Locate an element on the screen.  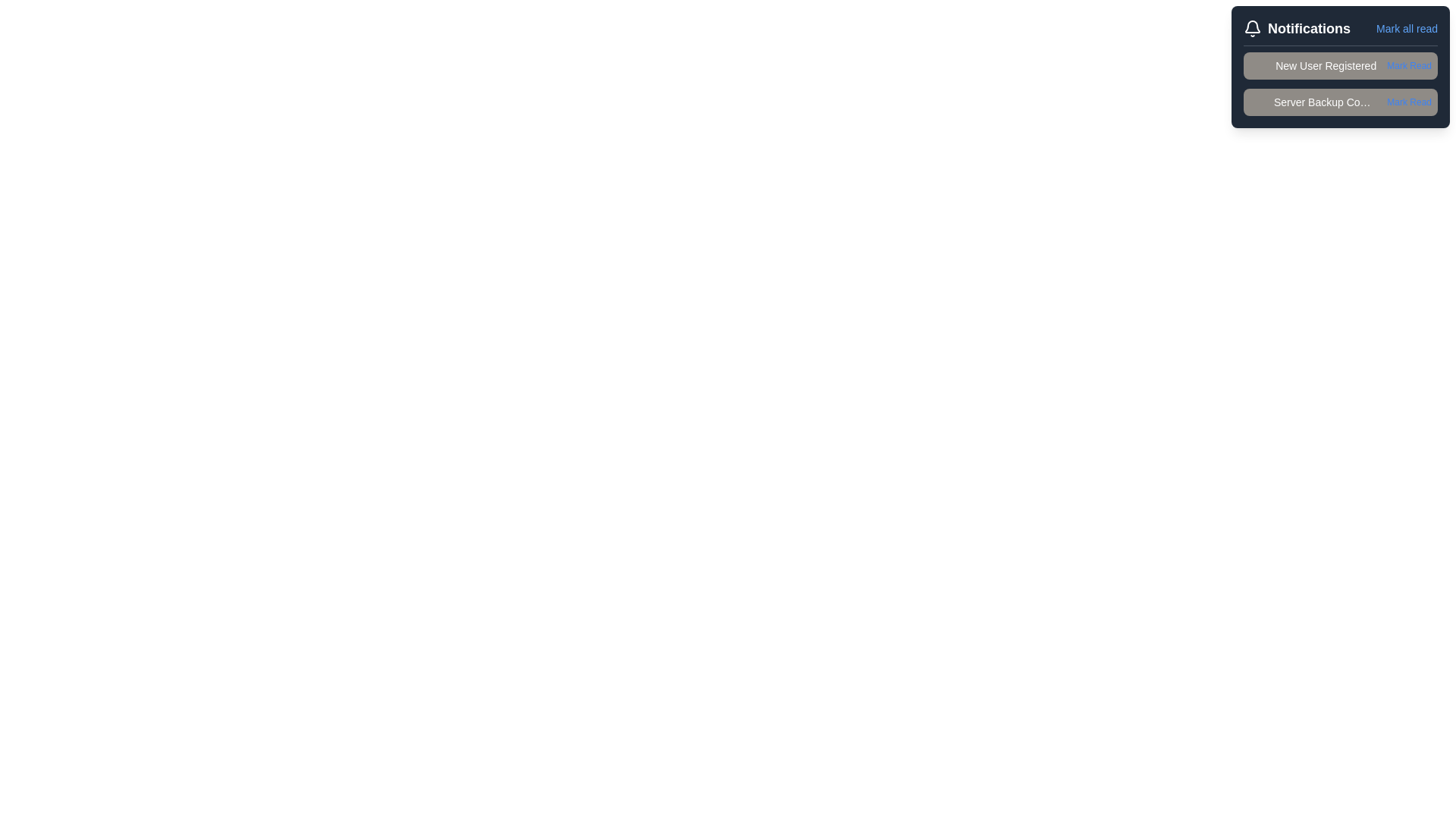
the 'Mark all as read' button located in the top-right corner of the notifications header is located at coordinates (1406, 29).